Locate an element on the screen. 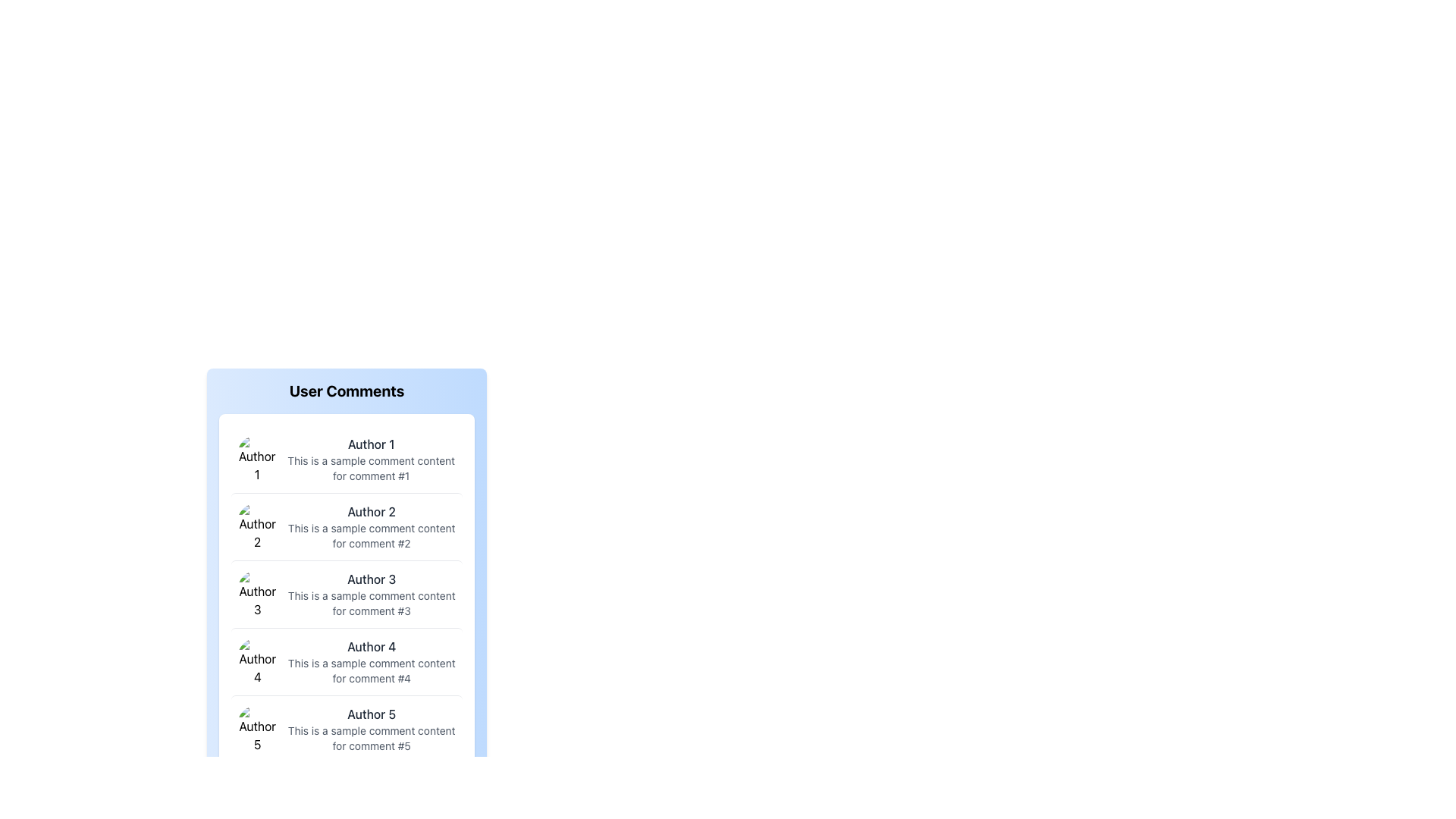 The image size is (1456, 819). username 'Author 4' and the comment content 'This is a sample comment content for comment #4' from the text display component located in the center panel beneath 'Author 3' is located at coordinates (372, 661).